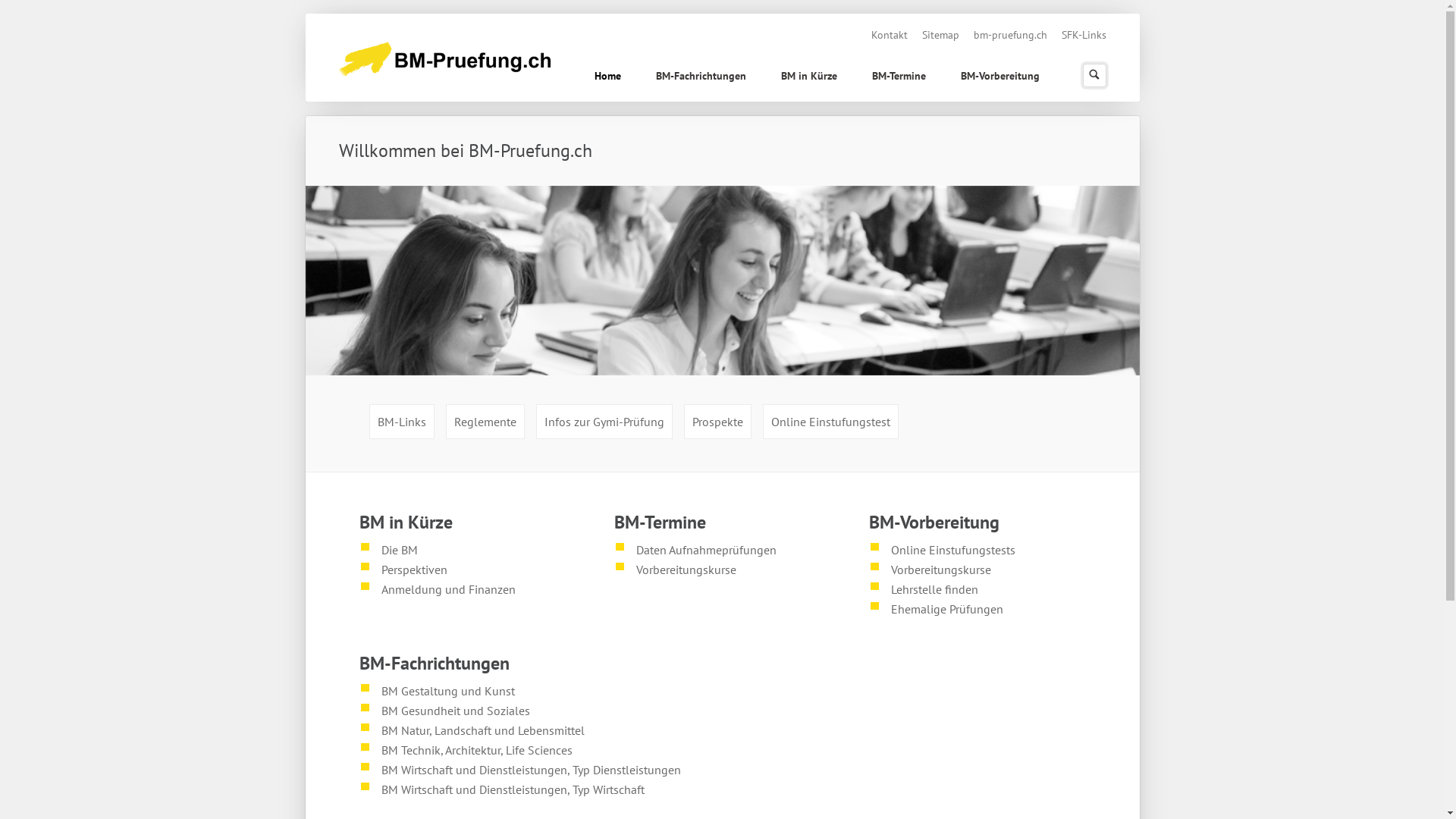 The height and width of the screenshot is (819, 1456). I want to click on 'BM-Fachrichtungen', so click(700, 77).